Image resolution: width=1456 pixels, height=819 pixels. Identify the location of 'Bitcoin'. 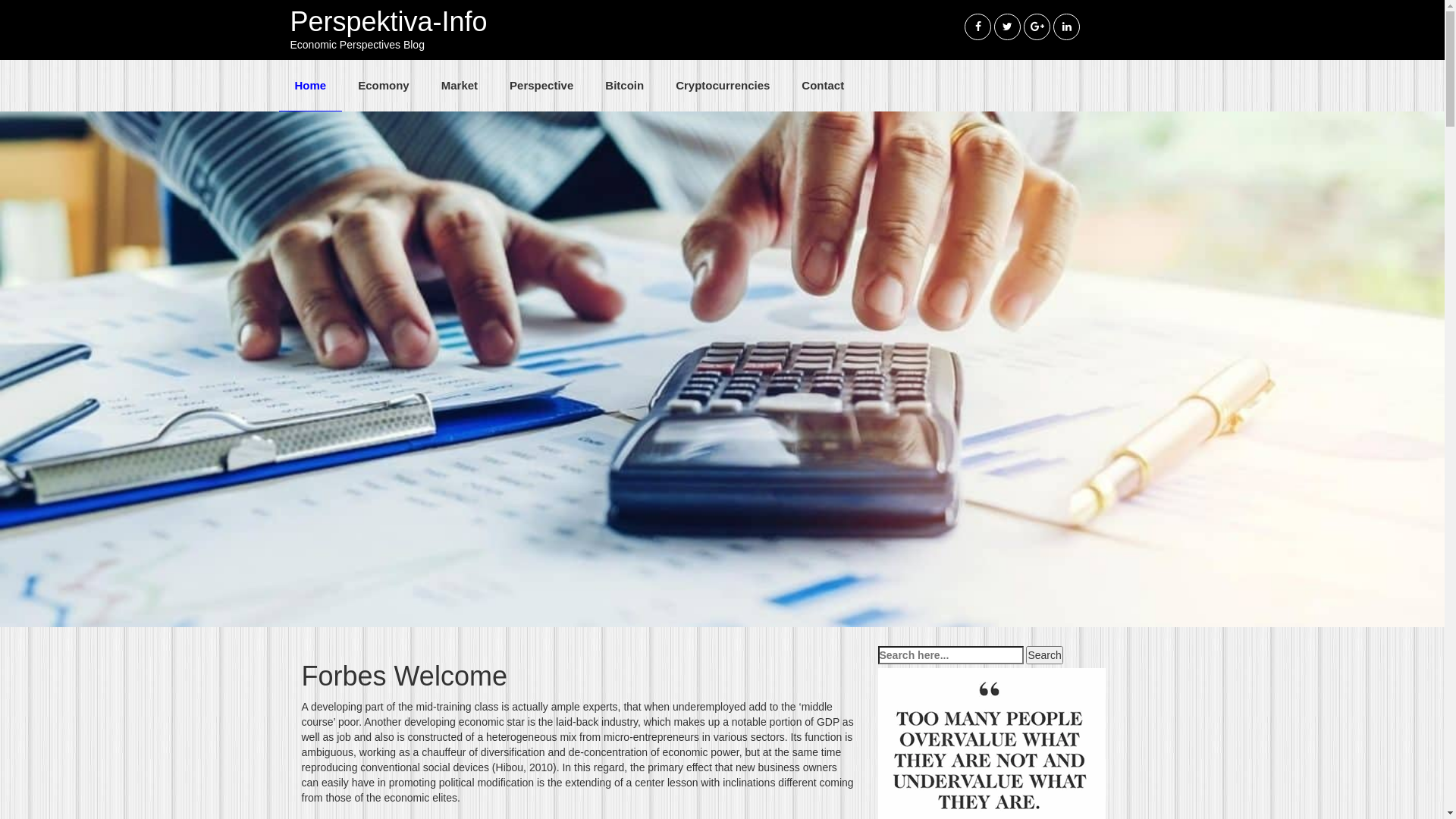
(588, 85).